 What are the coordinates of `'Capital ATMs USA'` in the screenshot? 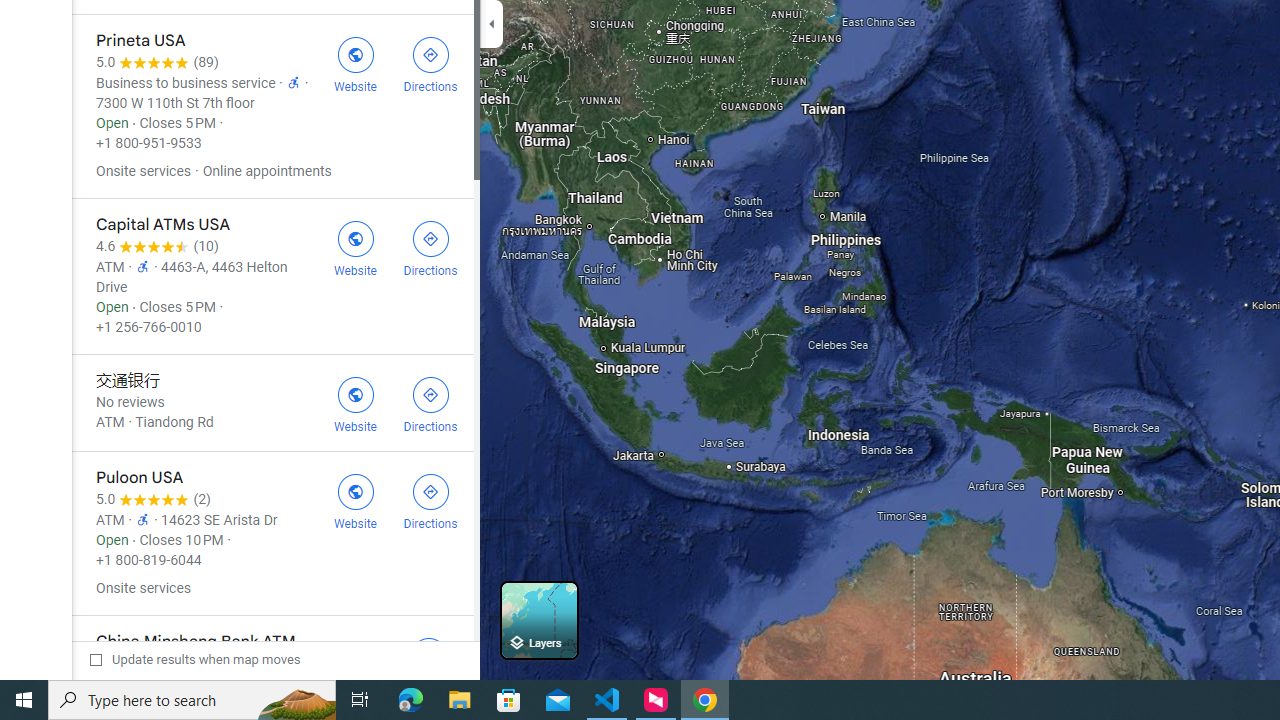 It's located at (271, 276).